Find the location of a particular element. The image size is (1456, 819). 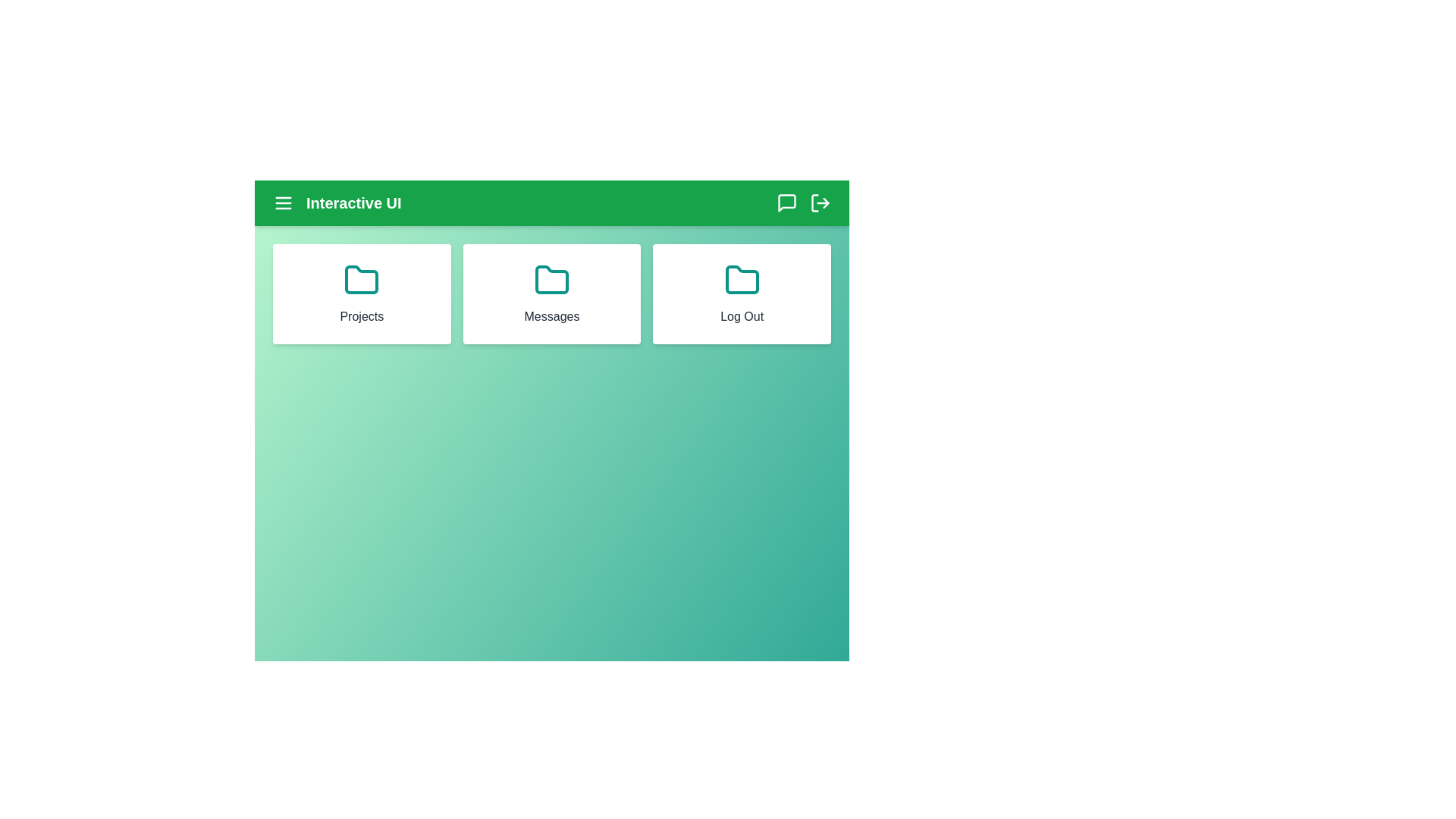

the Projects card to navigate to its respective section is located at coordinates (360, 294).